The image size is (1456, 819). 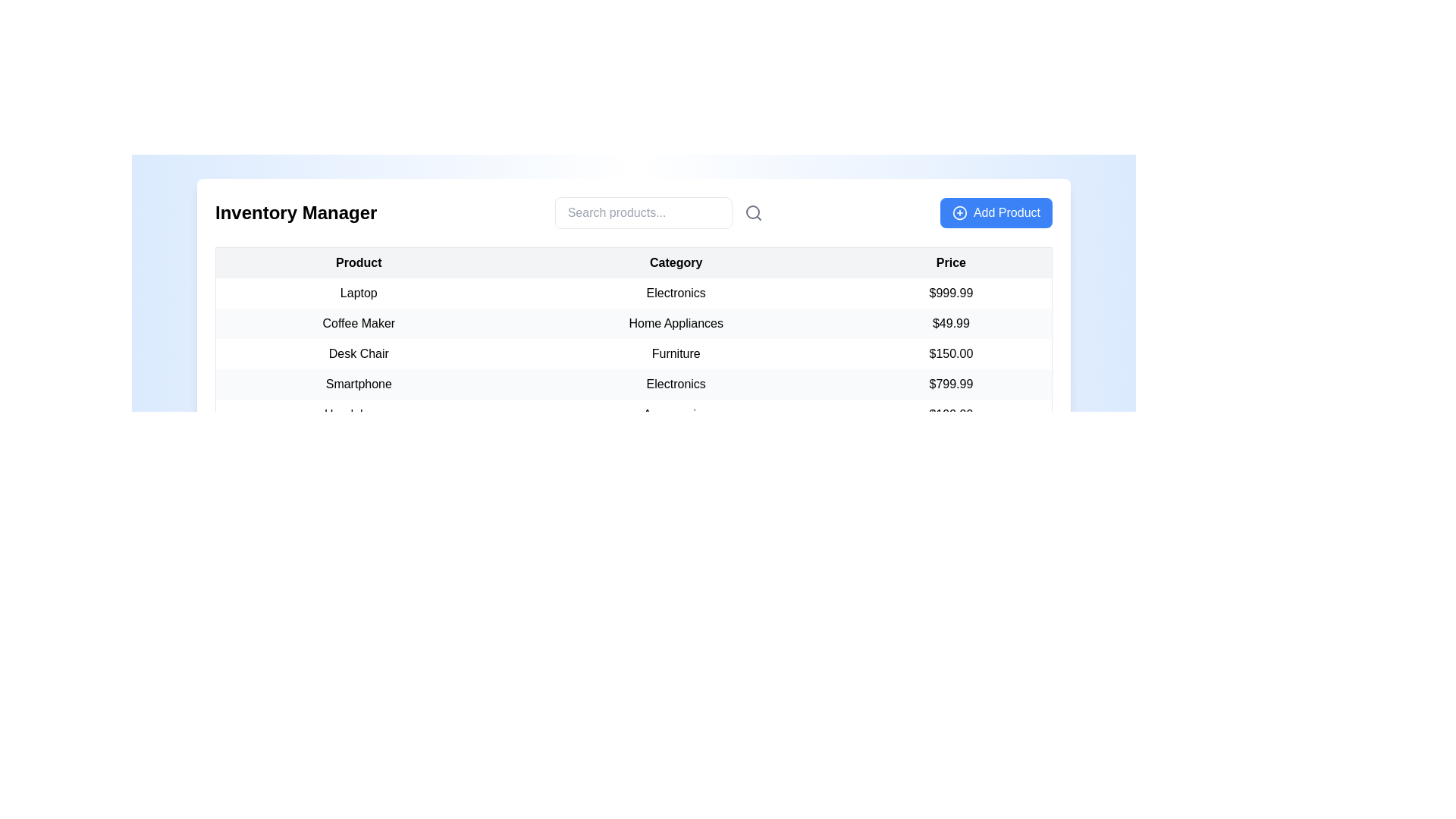 What do you see at coordinates (950, 262) in the screenshot?
I see `the 'Price' column header label in the table, which serves to indicate the content of the price column for the items listed below` at bounding box center [950, 262].